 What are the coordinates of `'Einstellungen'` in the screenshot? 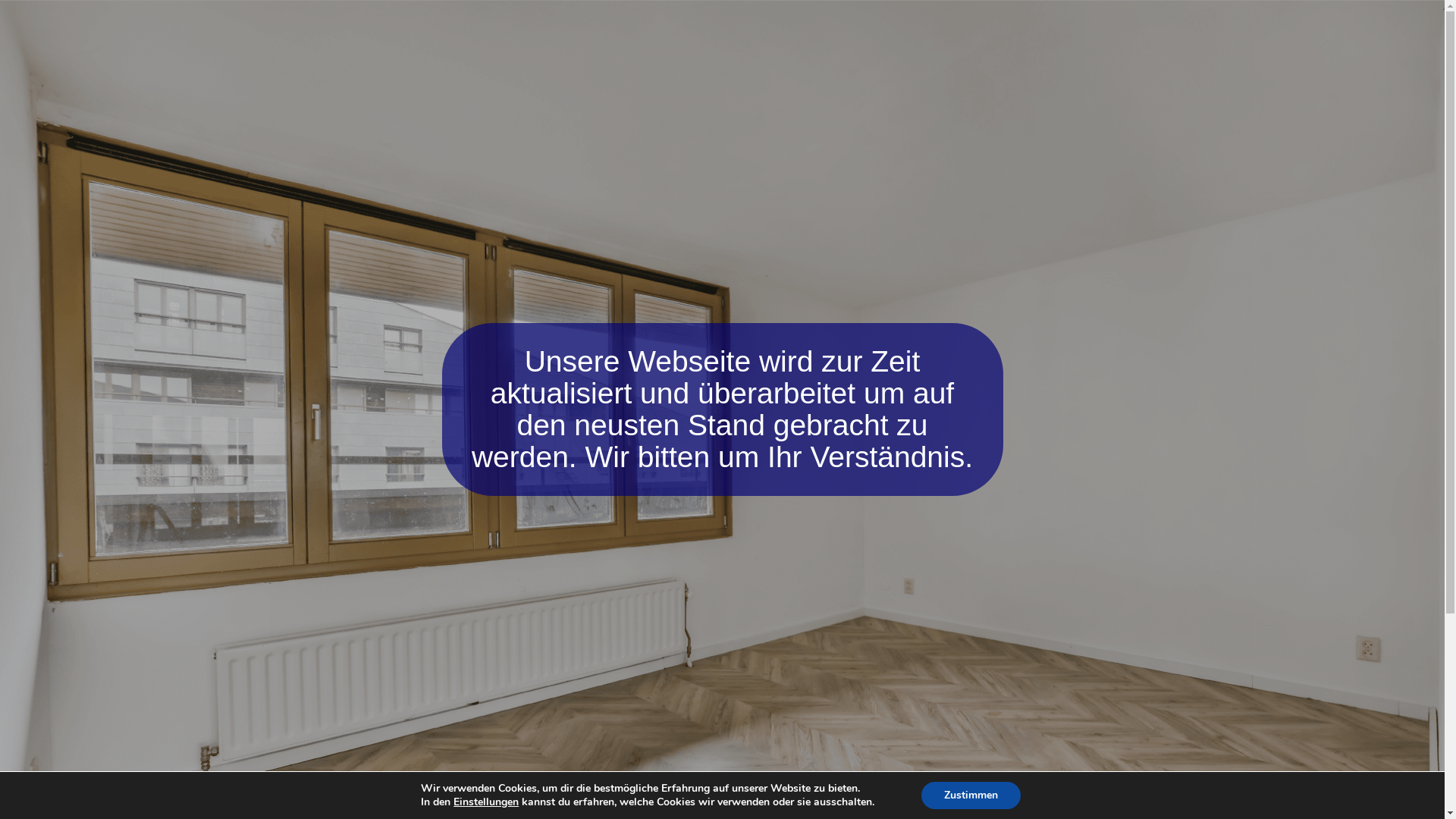 It's located at (486, 801).